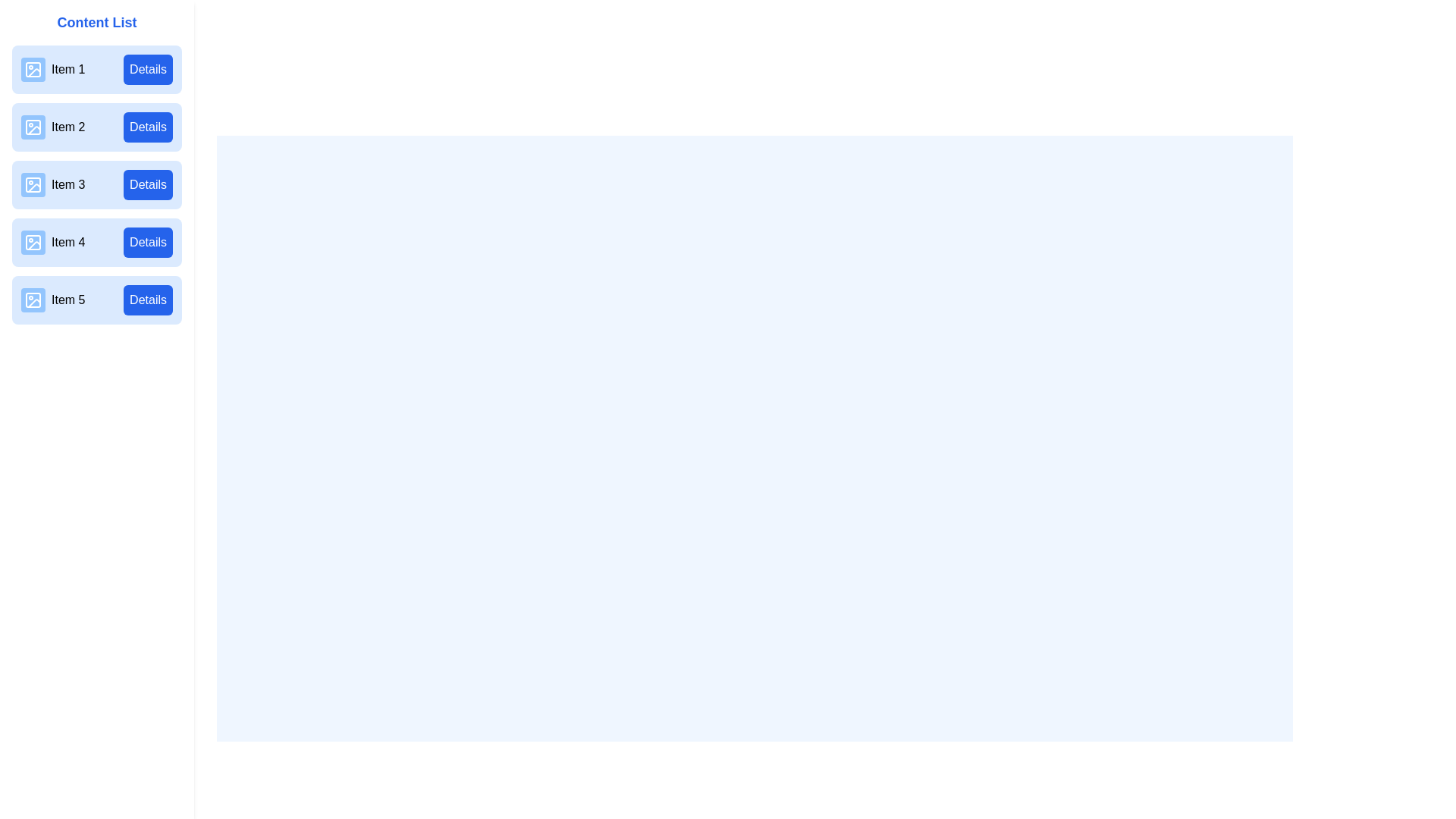  What do you see at coordinates (33, 127) in the screenshot?
I see `the graphic element that represents a segment of the visual thumbnail for the second list item in the sidebar` at bounding box center [33, 127].